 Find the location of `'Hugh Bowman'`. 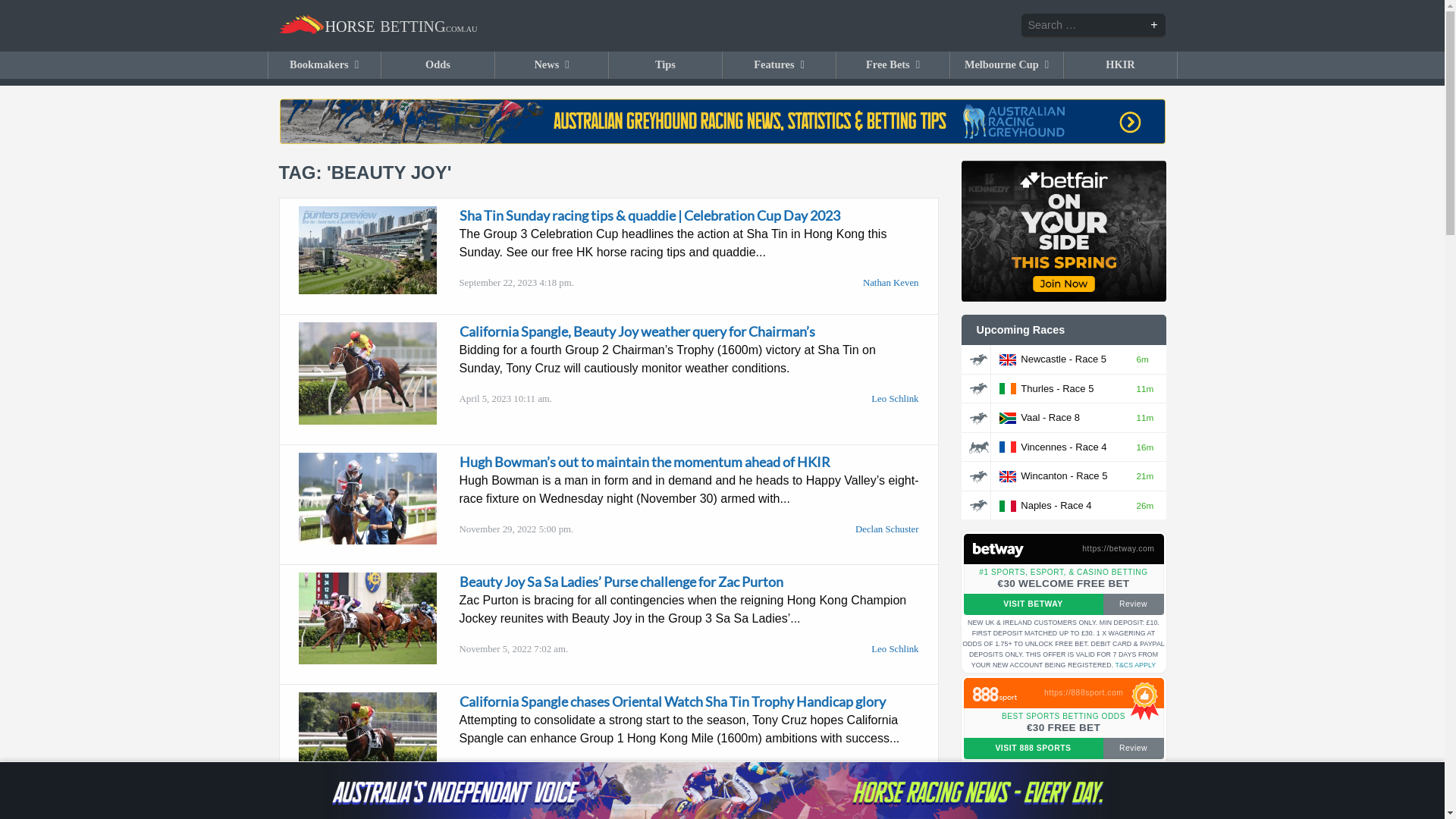

'Hugh Bowman' is located at coordinates (367, 498).